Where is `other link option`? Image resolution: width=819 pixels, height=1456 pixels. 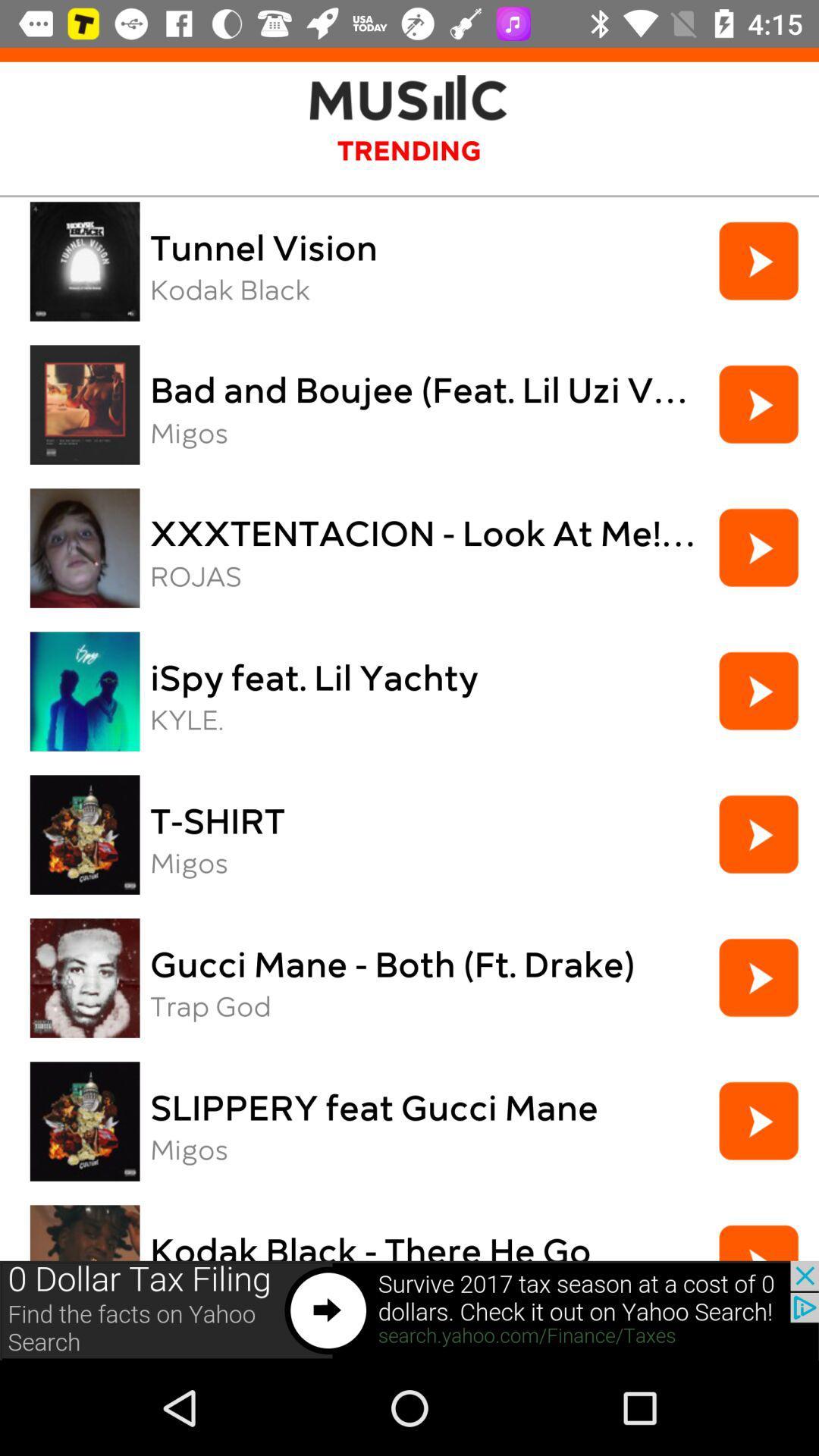
other link option is located at coordinates (409, 1310).